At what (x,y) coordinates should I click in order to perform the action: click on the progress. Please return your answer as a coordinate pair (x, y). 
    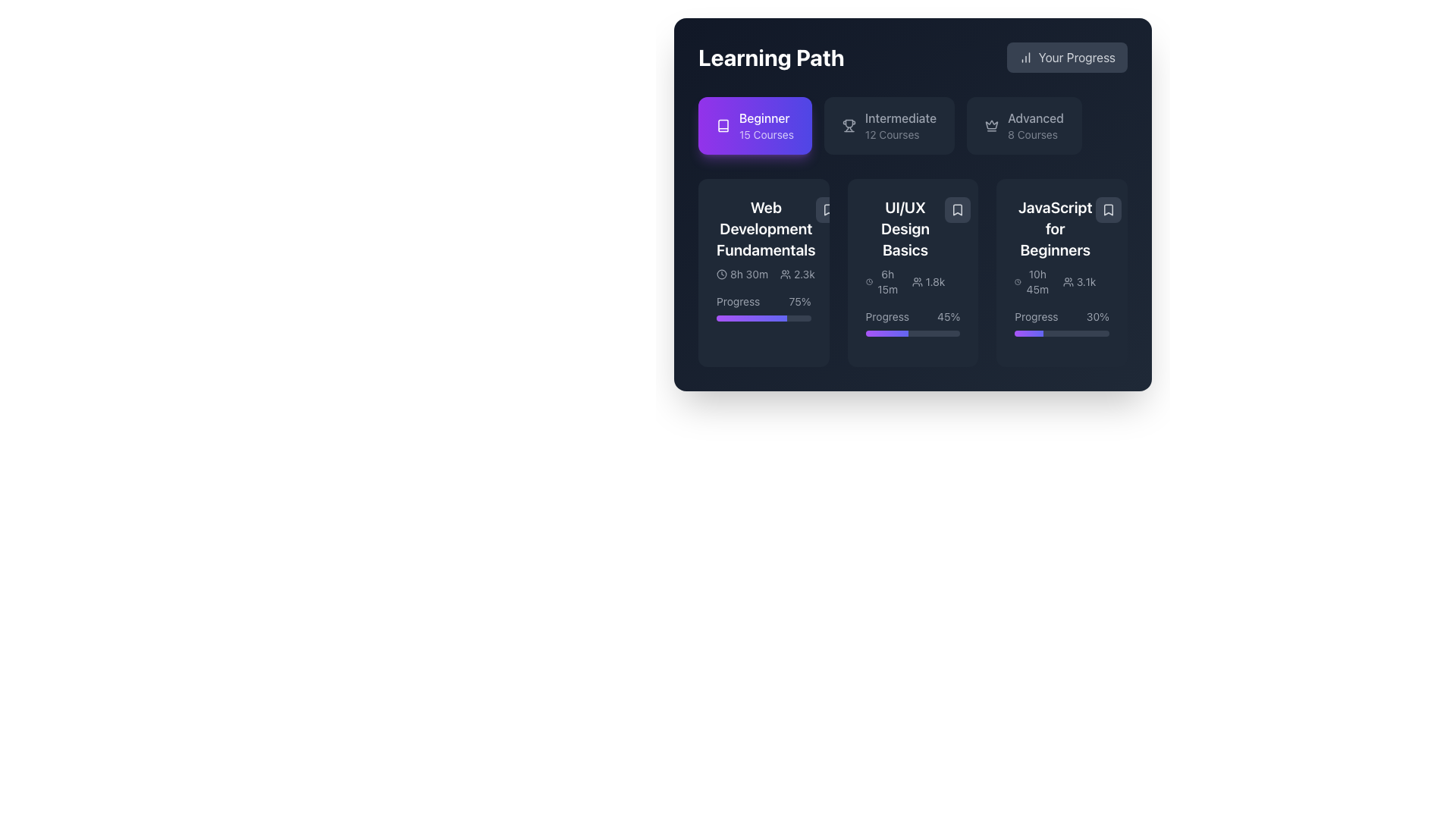
    Looking at the image, I should click on (717, 318).